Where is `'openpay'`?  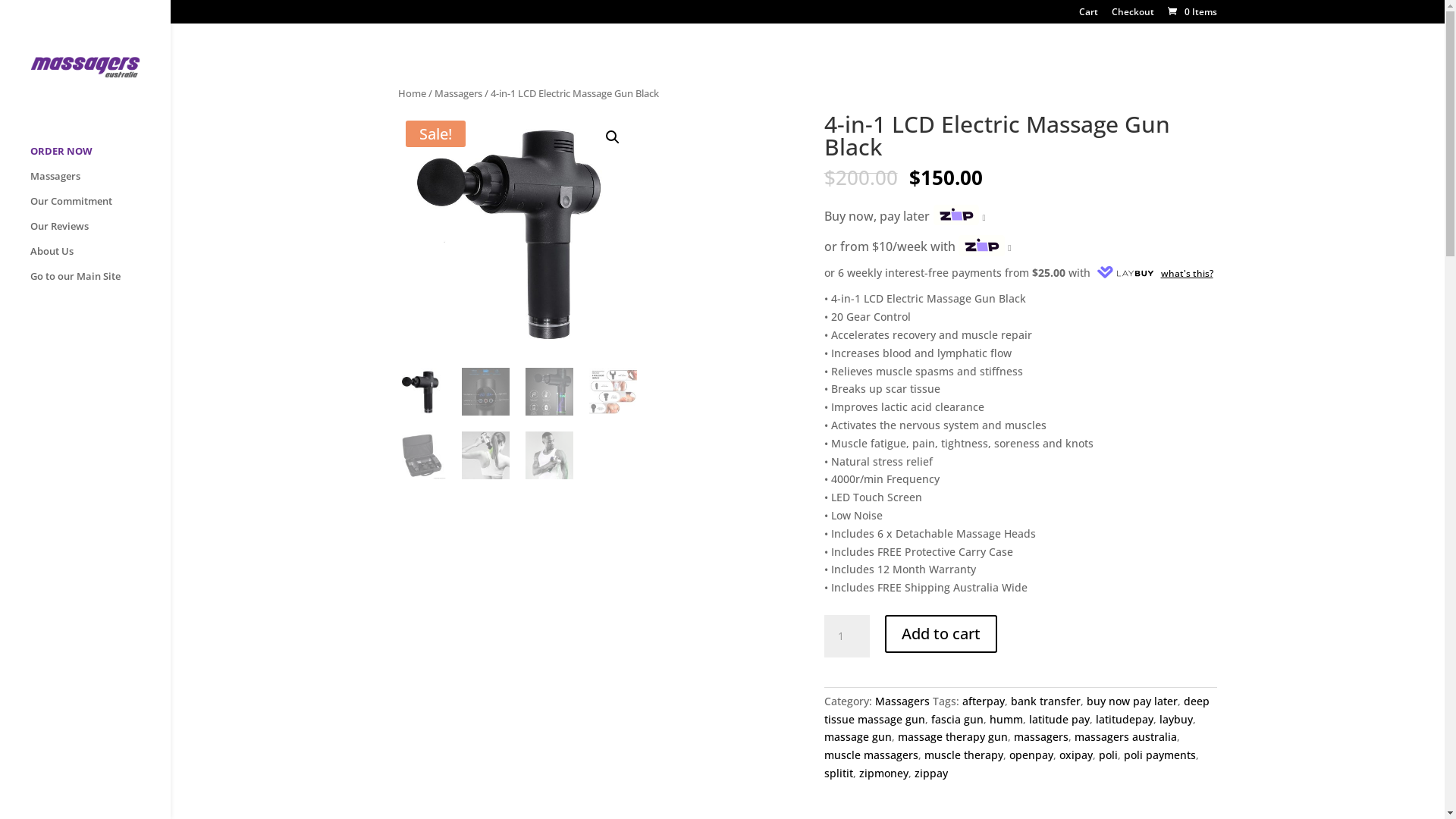 'openpay' is located at coordinates (1031, 755).